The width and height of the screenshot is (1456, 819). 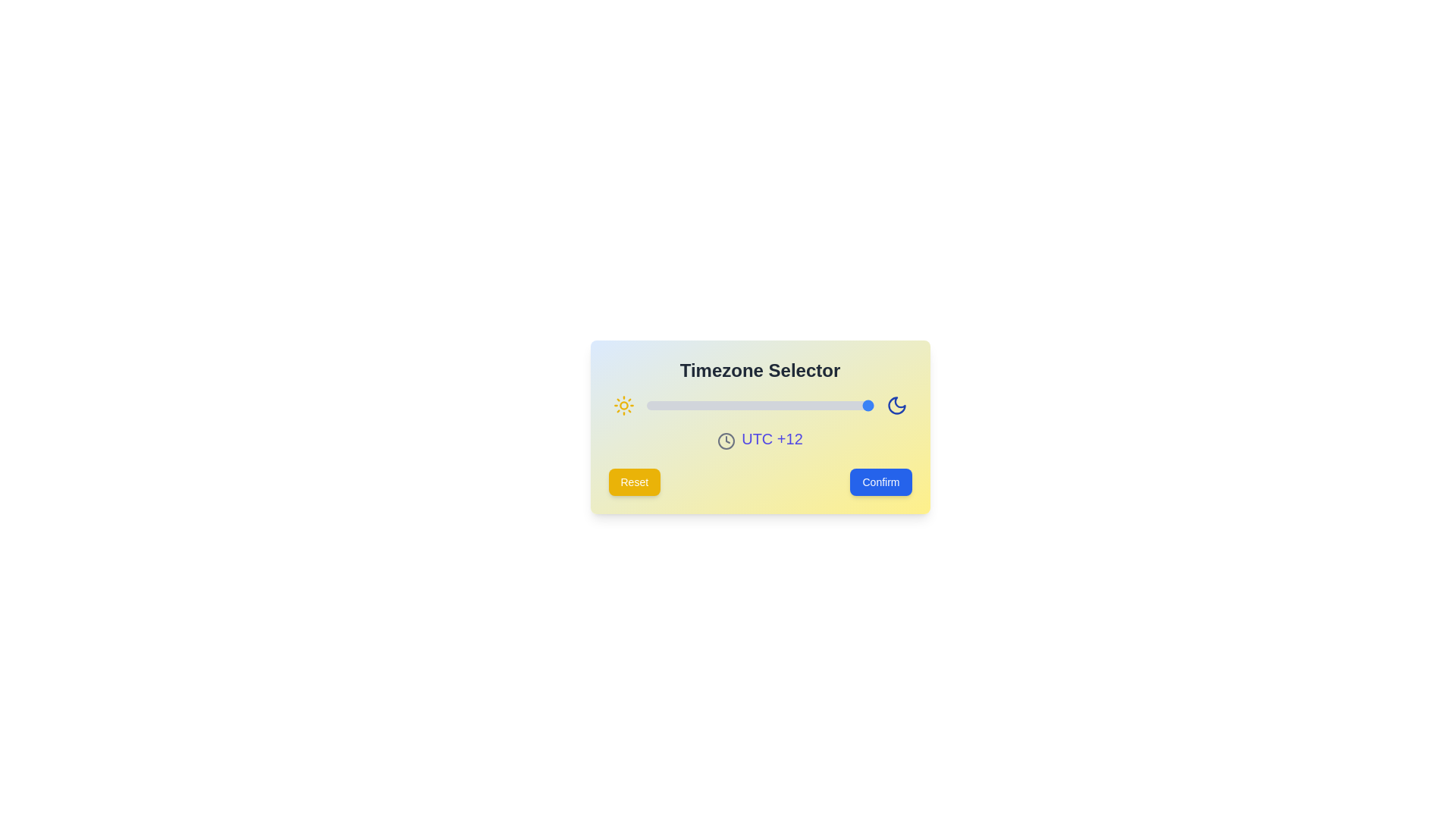 I want to click on the slider to set the timezone to -1, so click(x=750, y=405).